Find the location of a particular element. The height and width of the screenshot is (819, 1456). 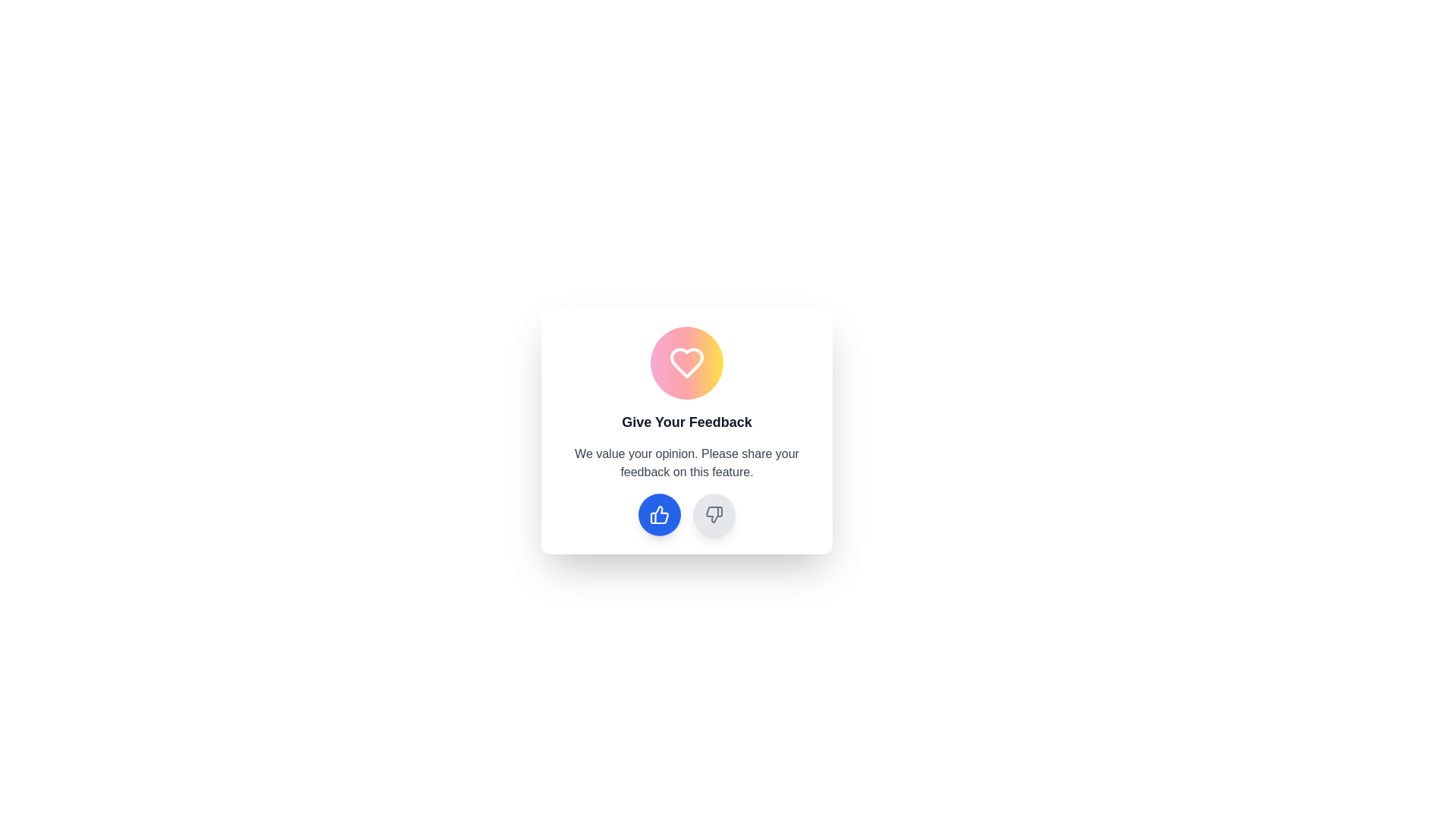

the heart decorative icon located at the top center of the 'Give Your Feedback' modal interface, which enhances the visual appeal and symbolizes user sentiment is located at coordinates (686, 362).